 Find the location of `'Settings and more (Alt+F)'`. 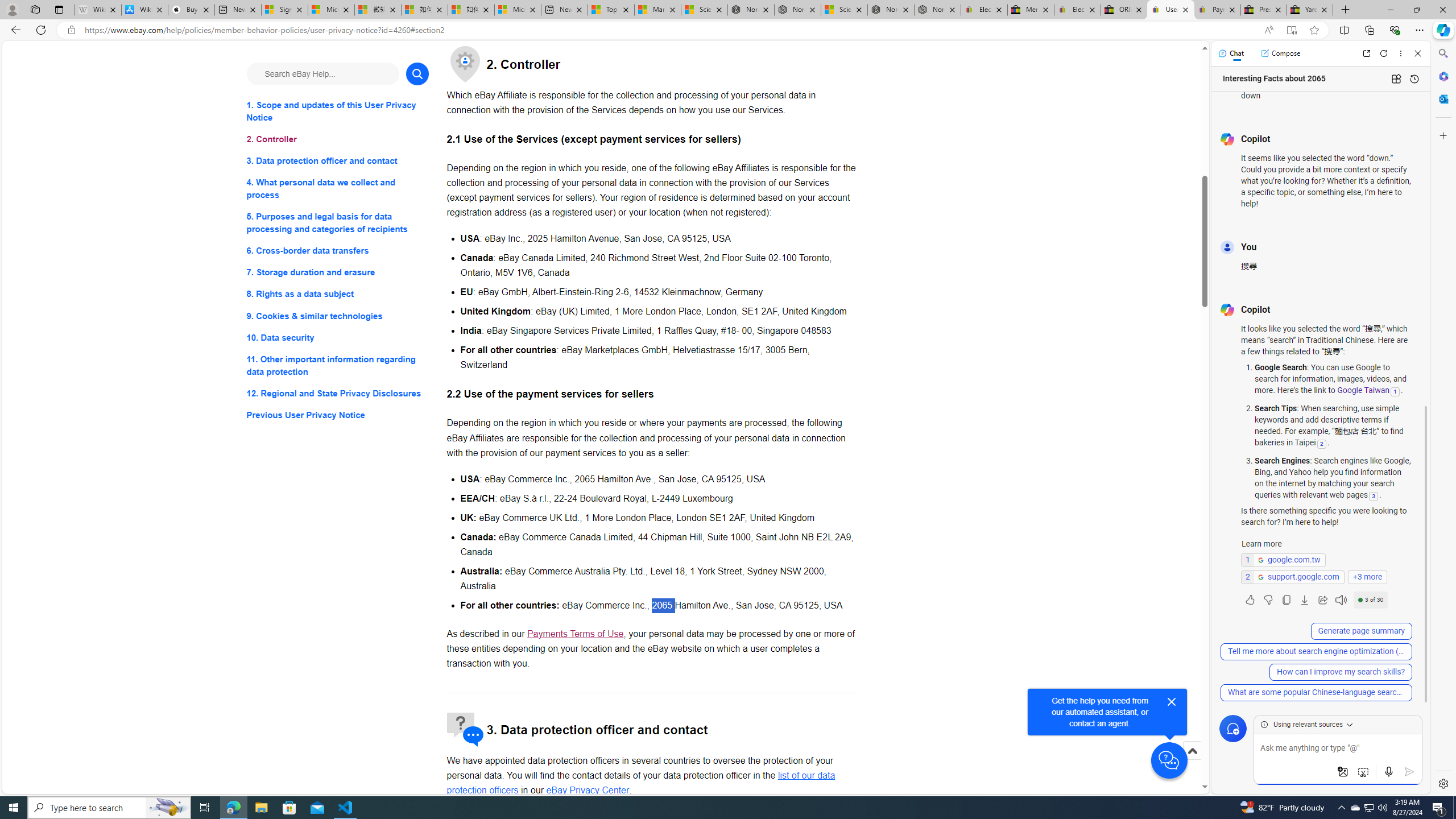

'Settings and more (Alt+F)' is located at coordinates (1419, 29).